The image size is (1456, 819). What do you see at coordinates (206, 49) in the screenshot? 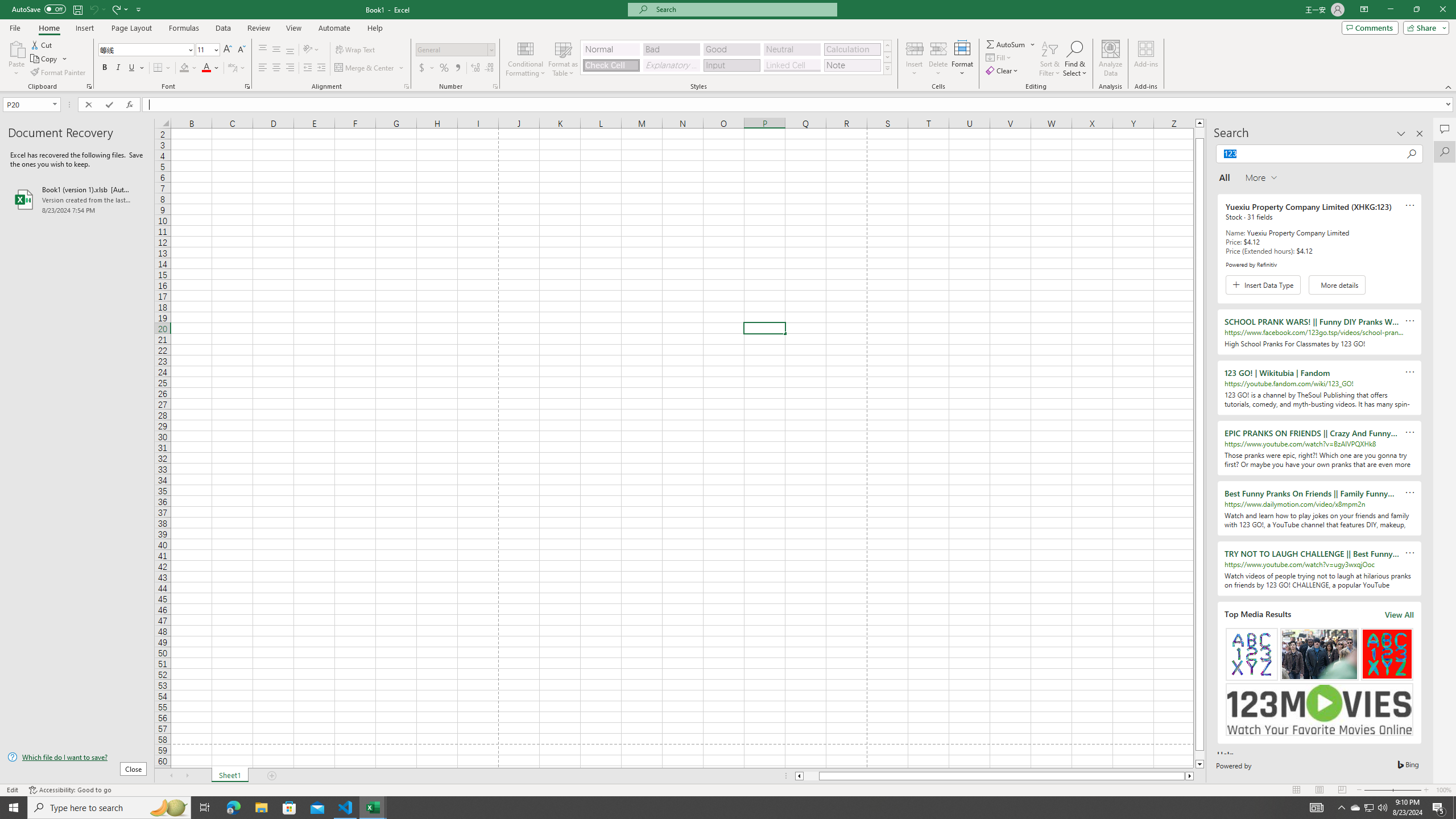
I see `'Font Size'` at bounding box center [206, 49].